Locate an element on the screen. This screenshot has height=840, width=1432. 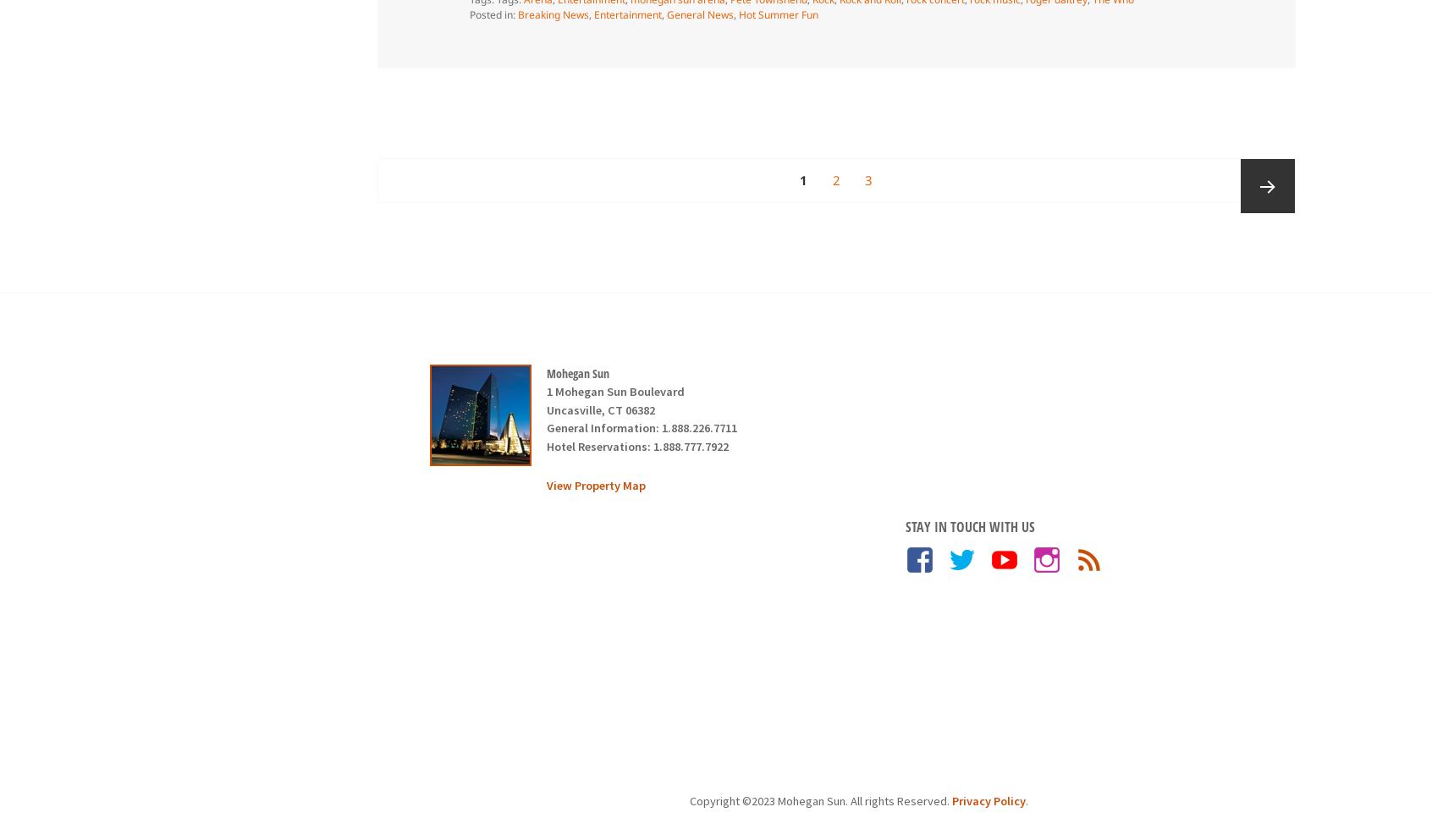
'Copyright  ©2023 Mohegan Sun. All rights Reserved.' is located at coordinates (690, 800).